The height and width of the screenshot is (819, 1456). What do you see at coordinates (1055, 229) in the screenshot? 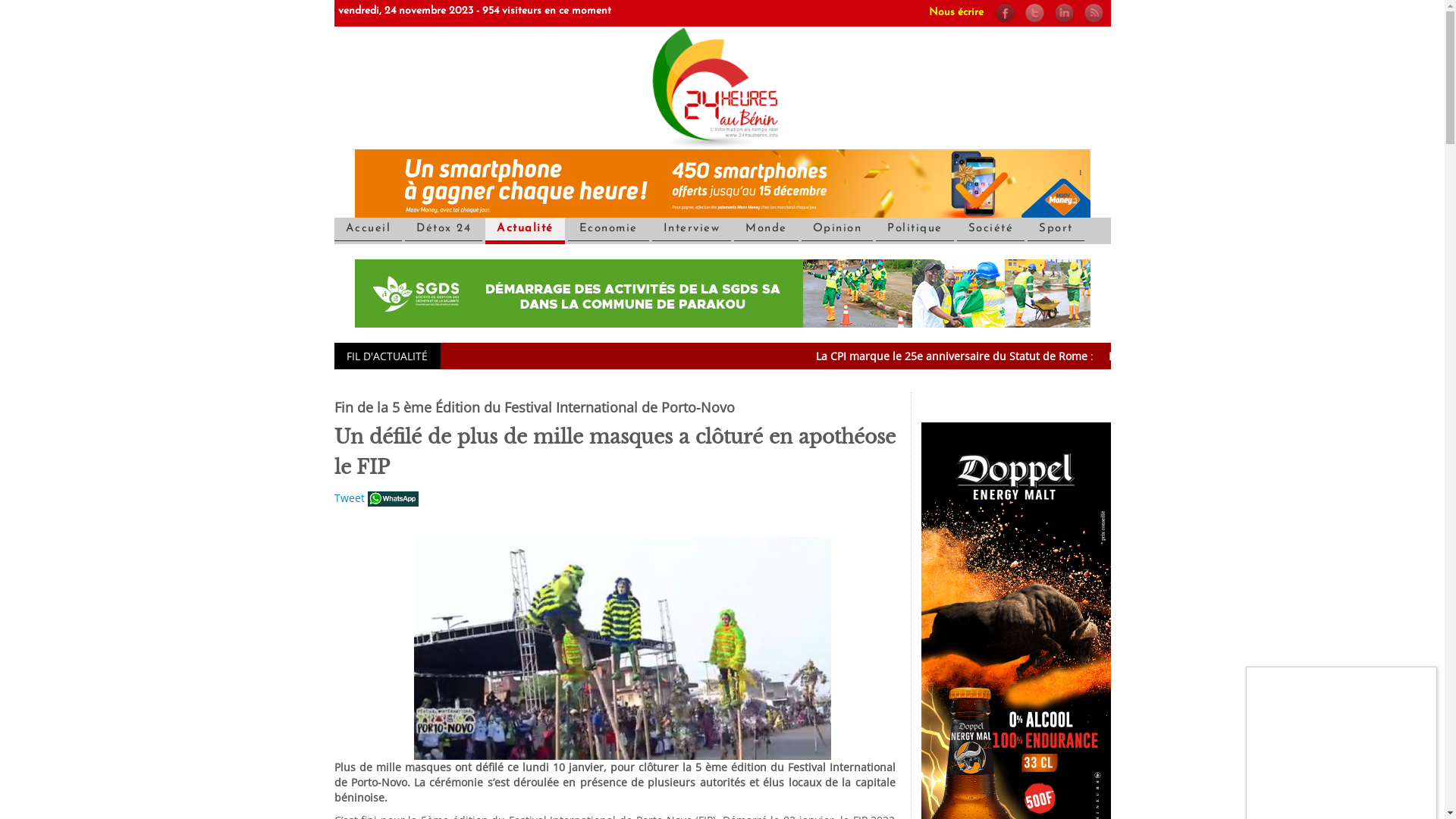
I see `'Sport'` at bounding box center [1055, 229].